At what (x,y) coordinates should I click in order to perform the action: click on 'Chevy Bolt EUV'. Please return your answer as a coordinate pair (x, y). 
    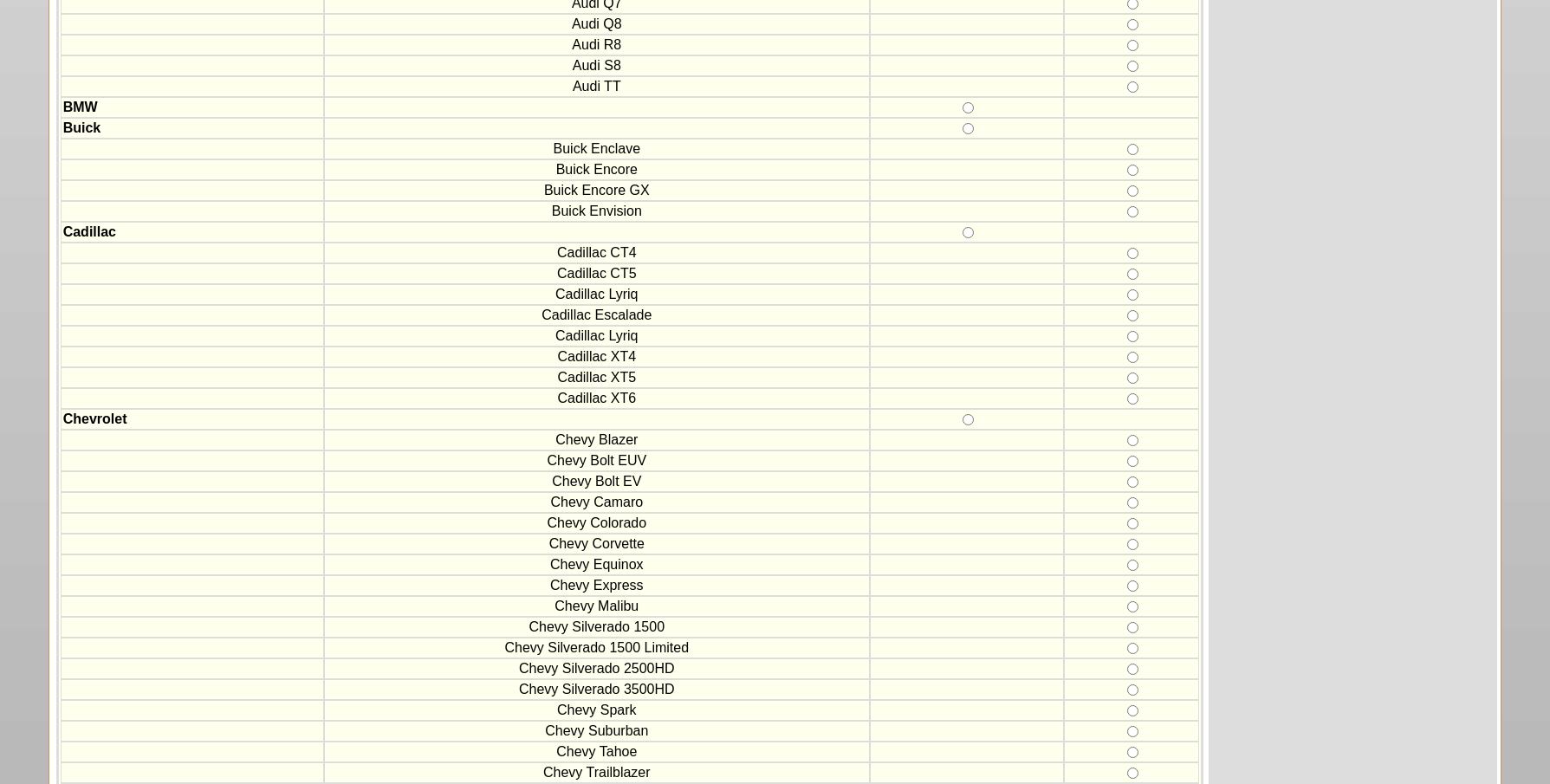
    Looking at the image, I should click on (596, 459).